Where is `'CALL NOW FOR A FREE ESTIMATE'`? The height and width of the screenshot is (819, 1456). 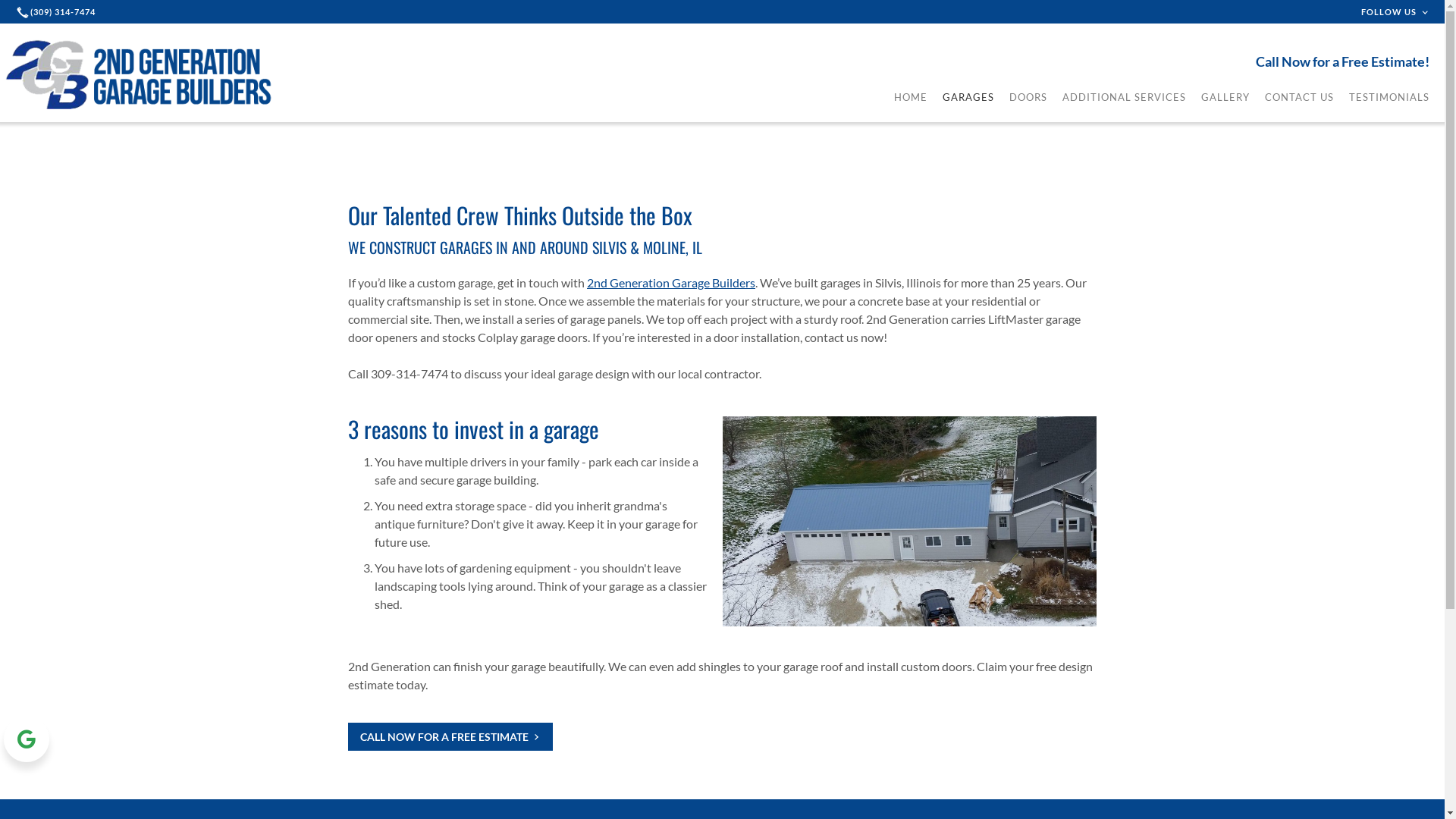 'CALL NOW FOR A FREE ESTIMATE' is located at coordinates (450, 735).